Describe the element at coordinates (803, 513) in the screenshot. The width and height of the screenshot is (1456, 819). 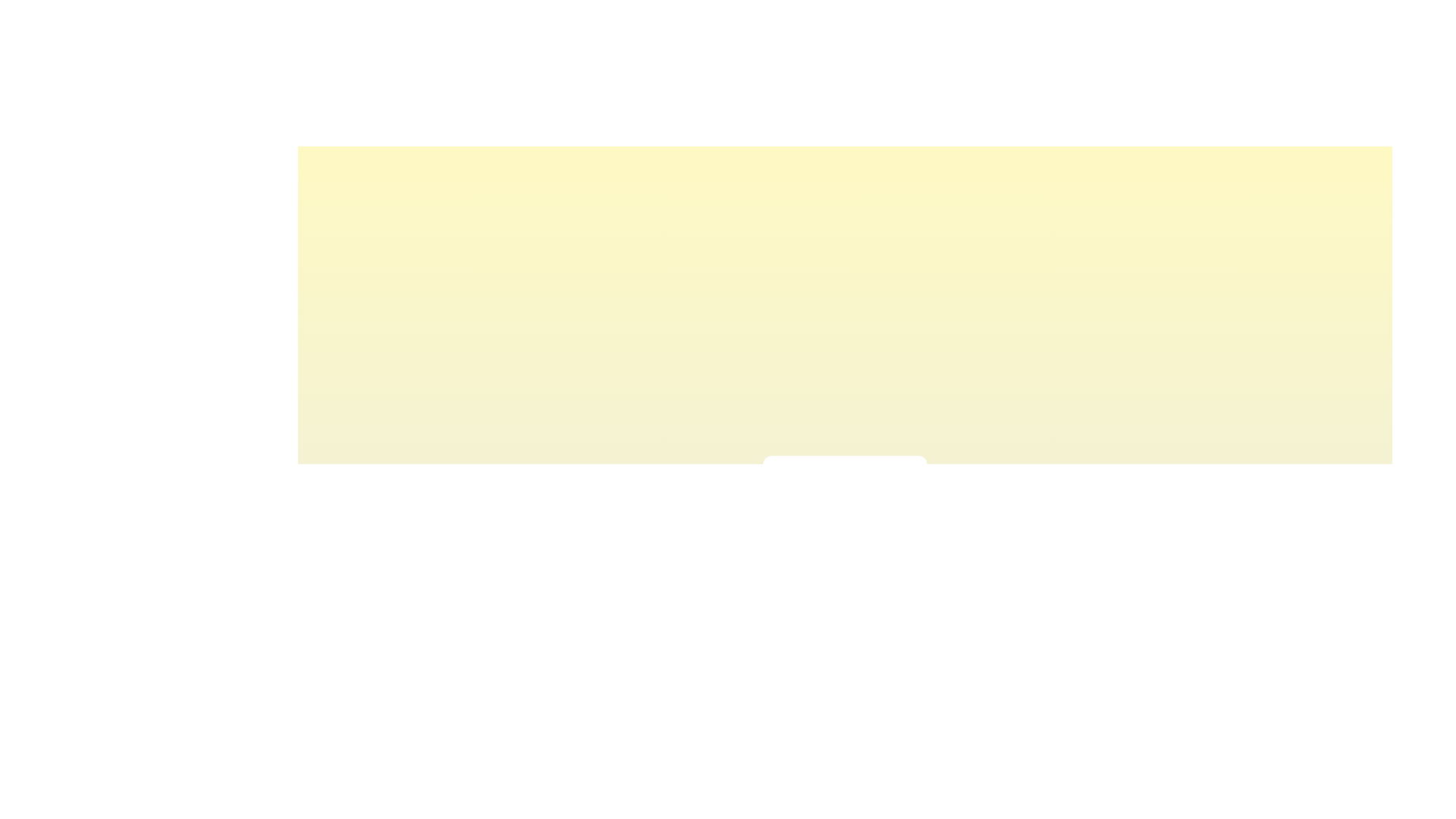
I see `the light intensity slider to 18% to observe the corresponding visual feedback color` at that location.